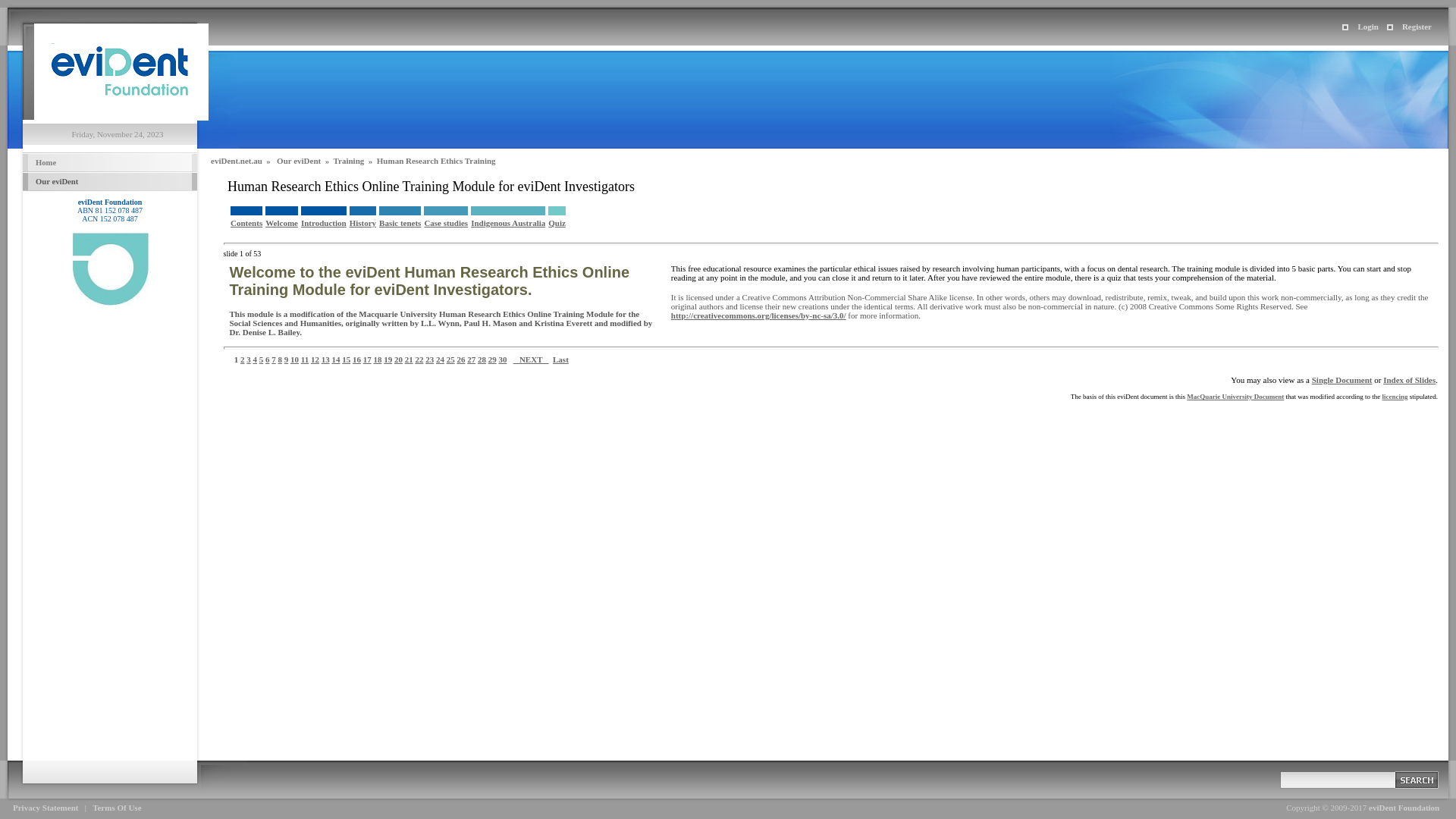 The height and width of the screenshot is (819, 1456). What do you see at coordinates (1408, 379) in the screenshot?
I see `'Index of Slides'` at bounding box center [1408, 379].